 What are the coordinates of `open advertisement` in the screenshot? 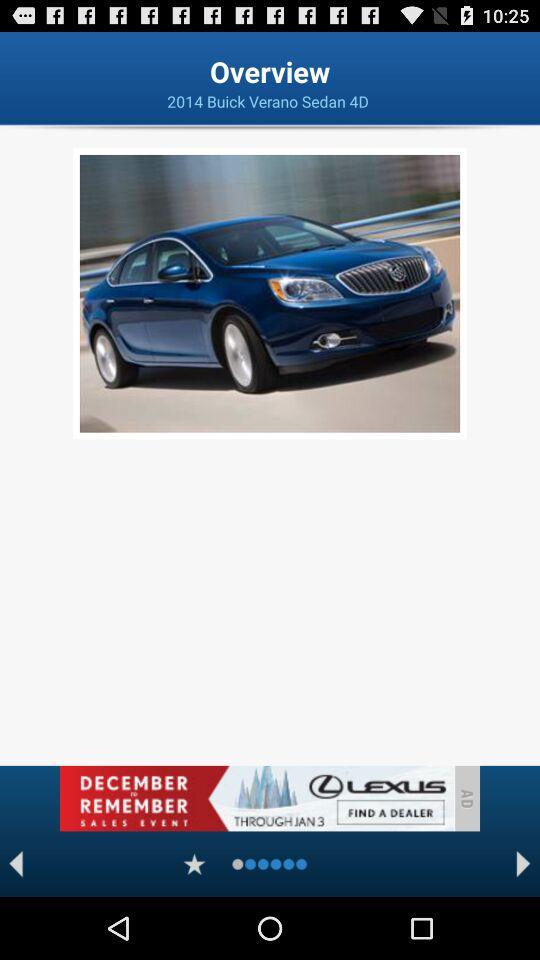 It's located at (256, 798).